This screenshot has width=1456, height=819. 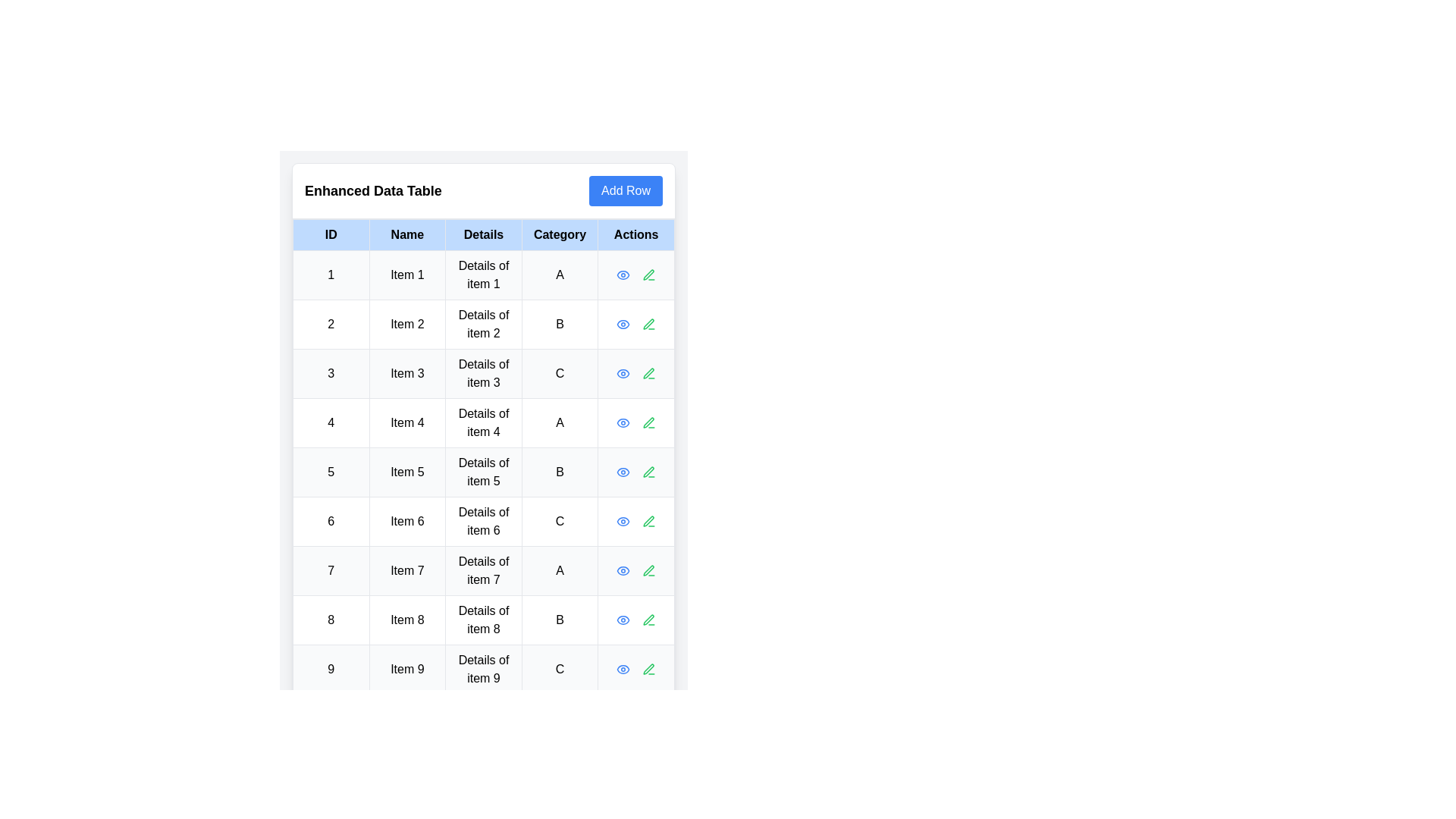 What do you see at coordinates (648, 620) in the screenshot?
I see `the editing icon located in the 'Actions' column of the table for 'Item 8' to initiate an editing operation` at bounding box center [648, 620].